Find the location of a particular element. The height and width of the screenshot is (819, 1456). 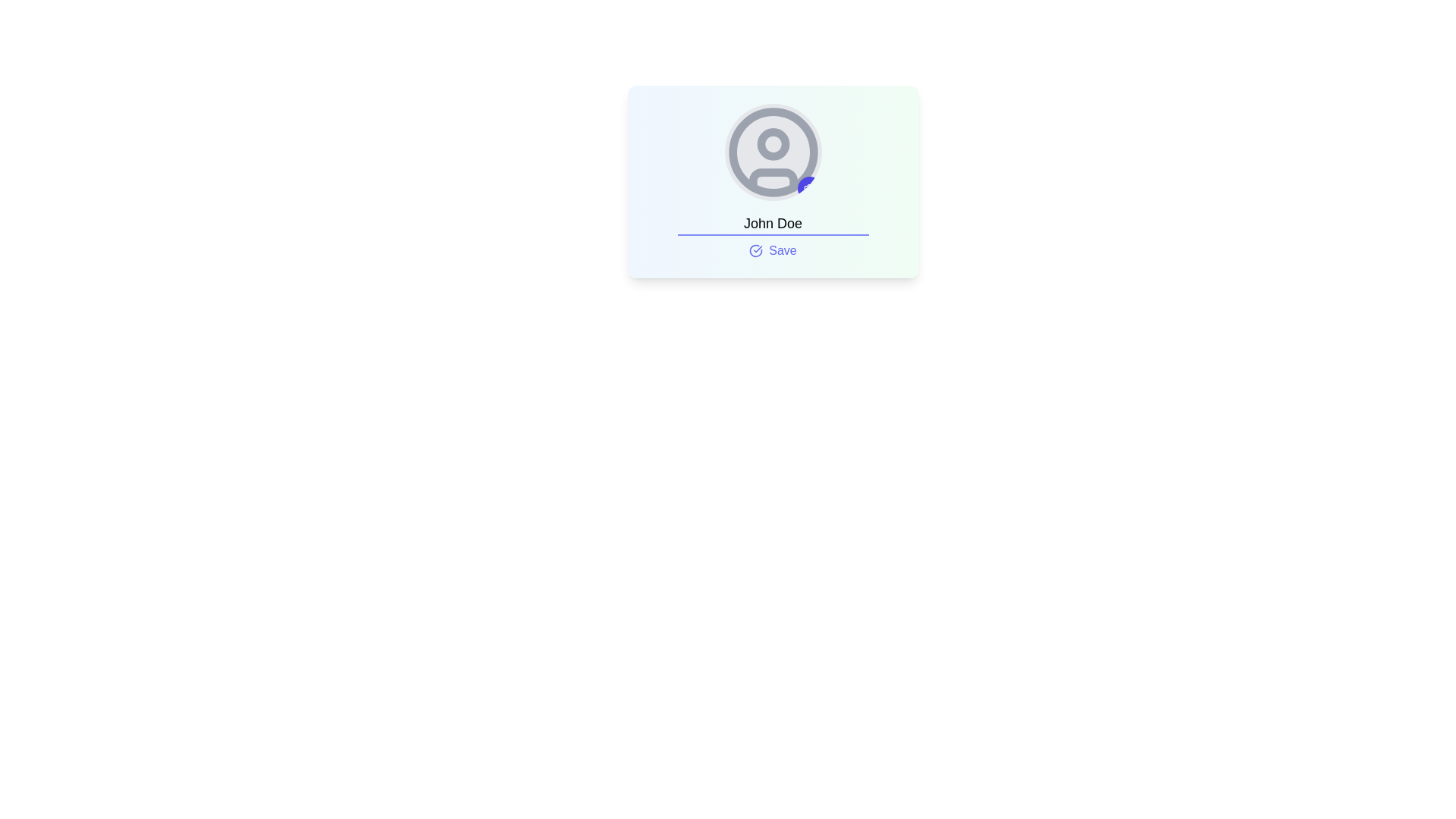

the largest circular SVG element with a gray outline and light gray fill, located at the center of the user avatar icon in the user card interface is located at coordinates (773, 152).